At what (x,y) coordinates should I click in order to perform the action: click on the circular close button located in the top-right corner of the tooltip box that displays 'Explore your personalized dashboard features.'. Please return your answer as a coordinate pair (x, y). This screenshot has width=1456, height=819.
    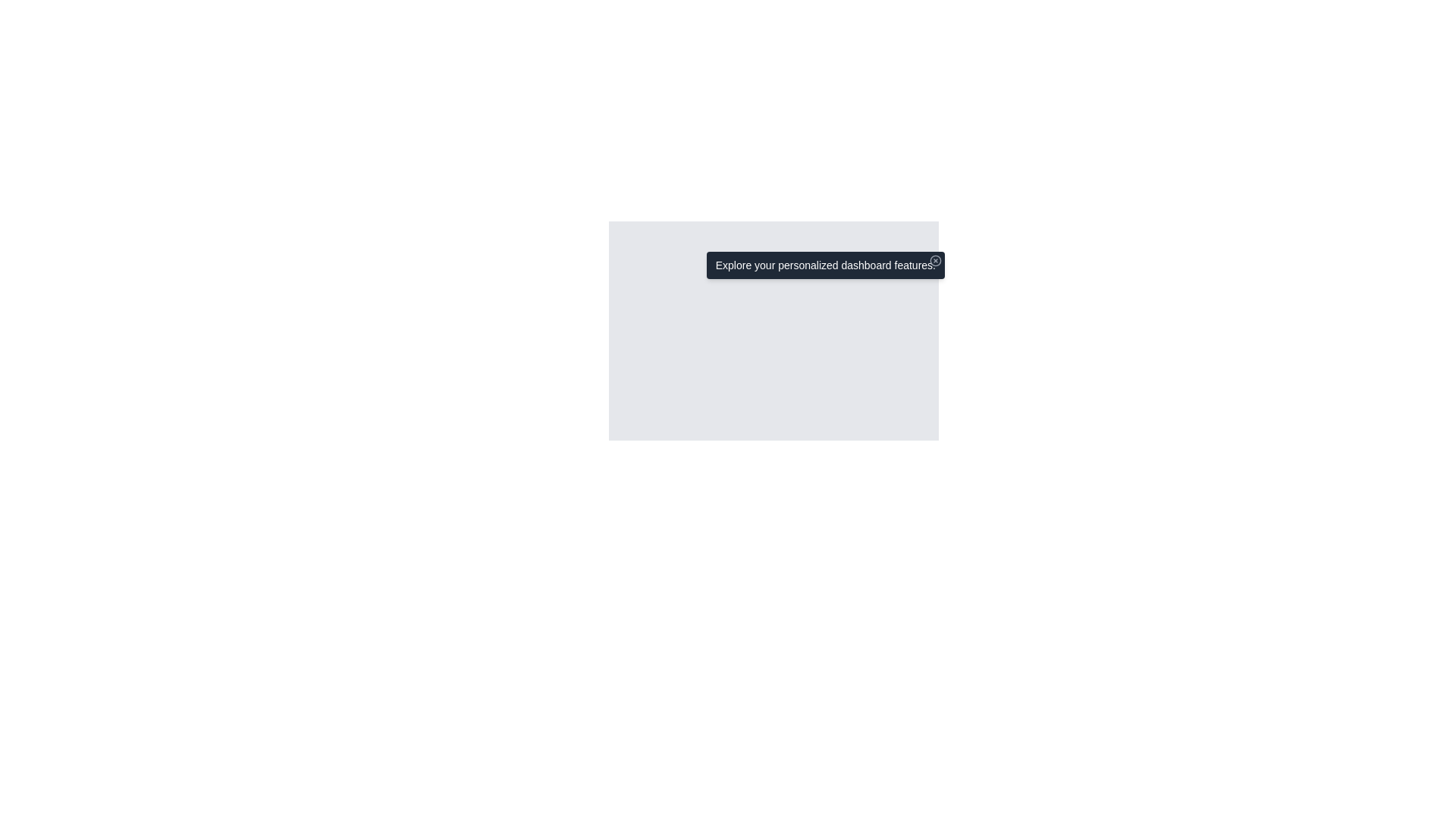
    Looking at the image, I should click on (934, 259).